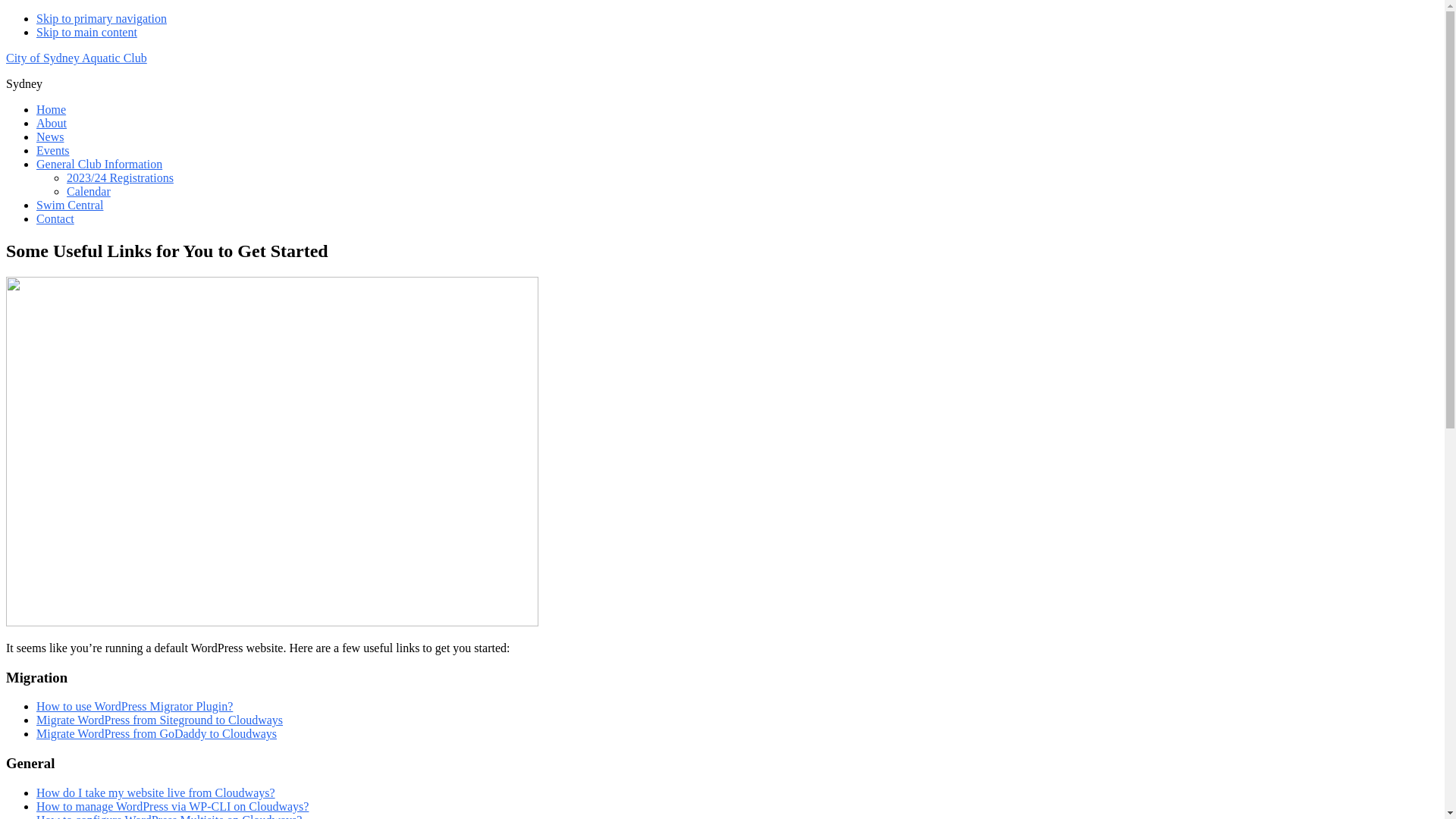  What do you see at coordinates (159, 719) in the screenshot?
I see `'Migrate WordPress from Siteground to Cloudways'` at bounding box center [159, 719].